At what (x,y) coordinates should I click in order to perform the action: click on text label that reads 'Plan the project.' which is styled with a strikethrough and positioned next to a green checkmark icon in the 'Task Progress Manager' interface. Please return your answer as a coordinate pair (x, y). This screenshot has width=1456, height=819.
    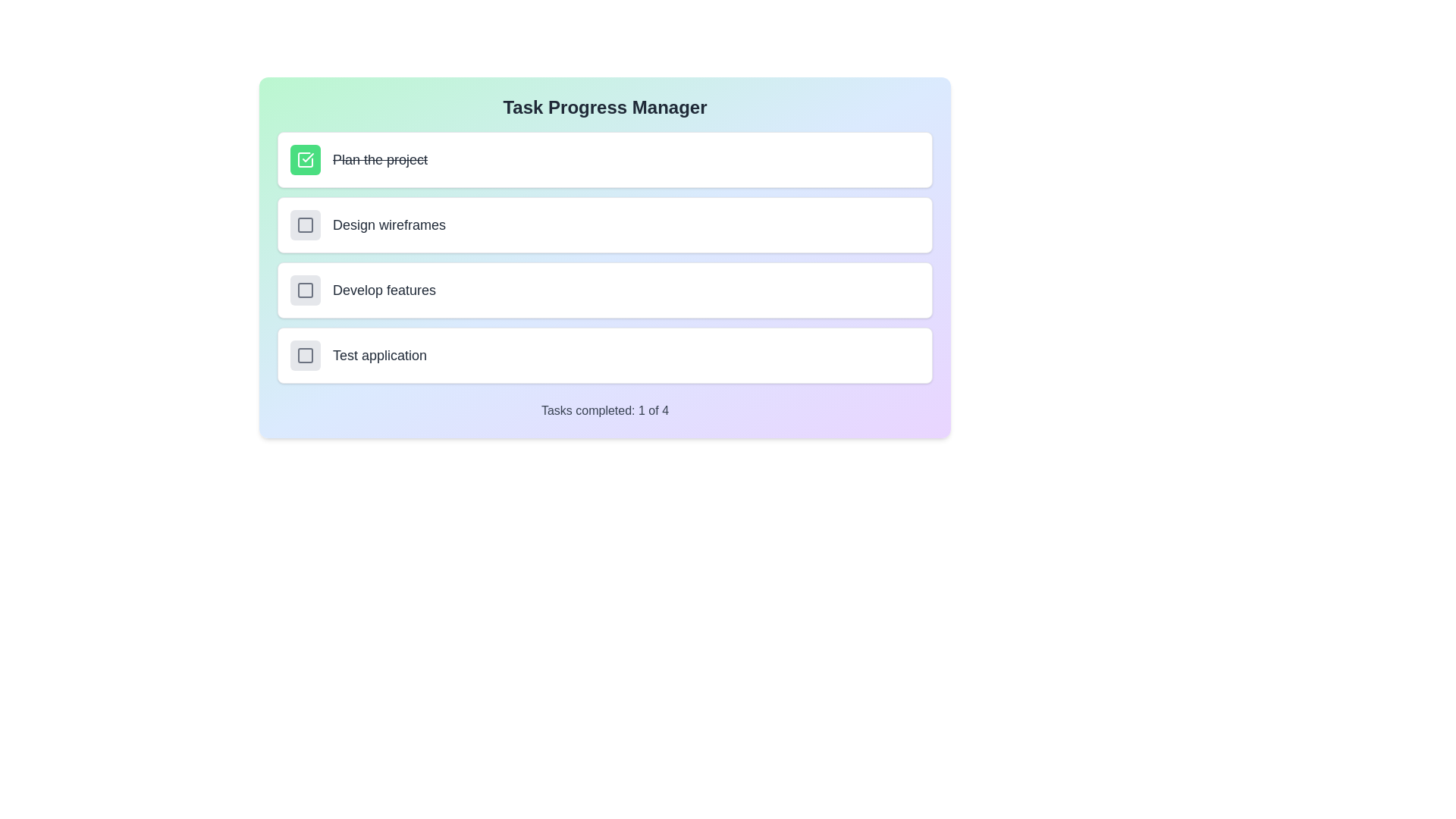
    Looking at the image, I should click on (380, 160).